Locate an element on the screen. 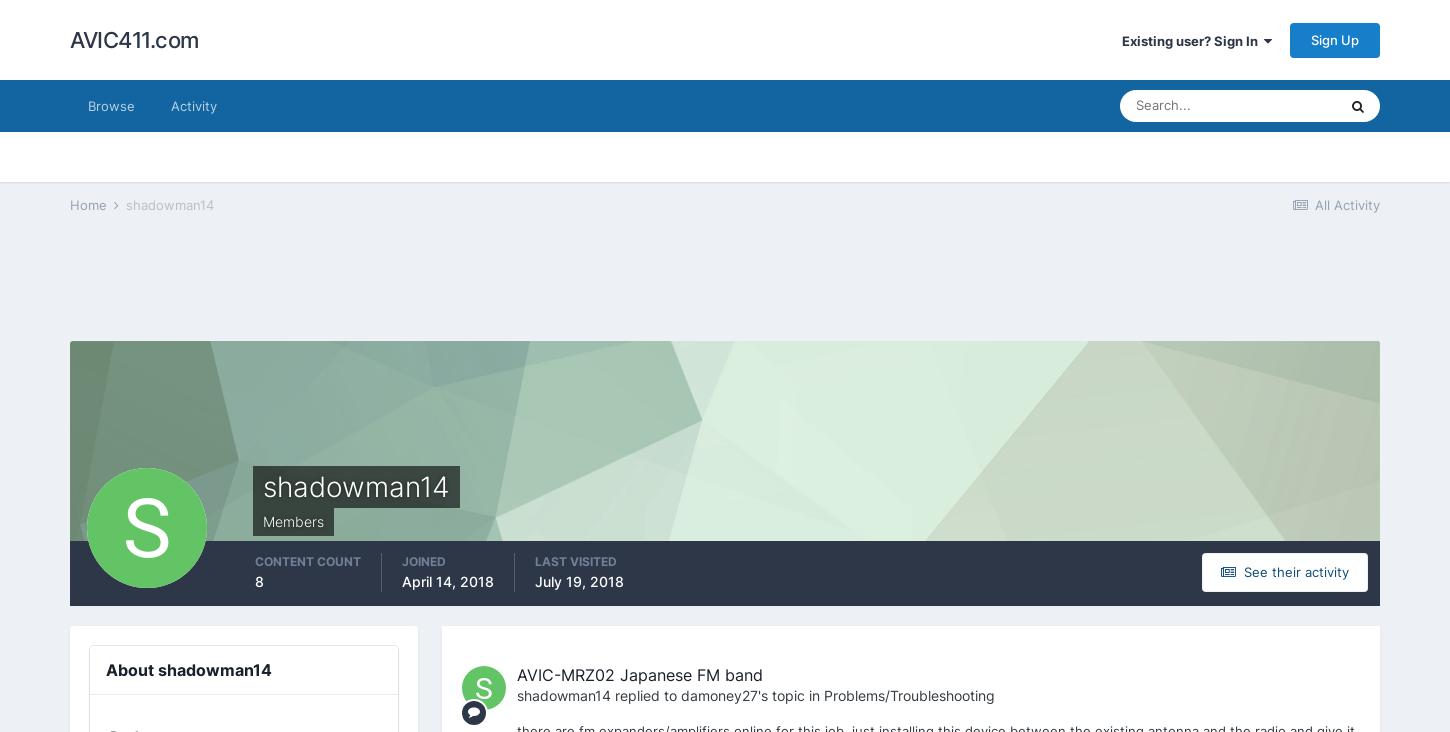 The image size is (1450, 732). 'replied to' is located at coordinates (644, 695).